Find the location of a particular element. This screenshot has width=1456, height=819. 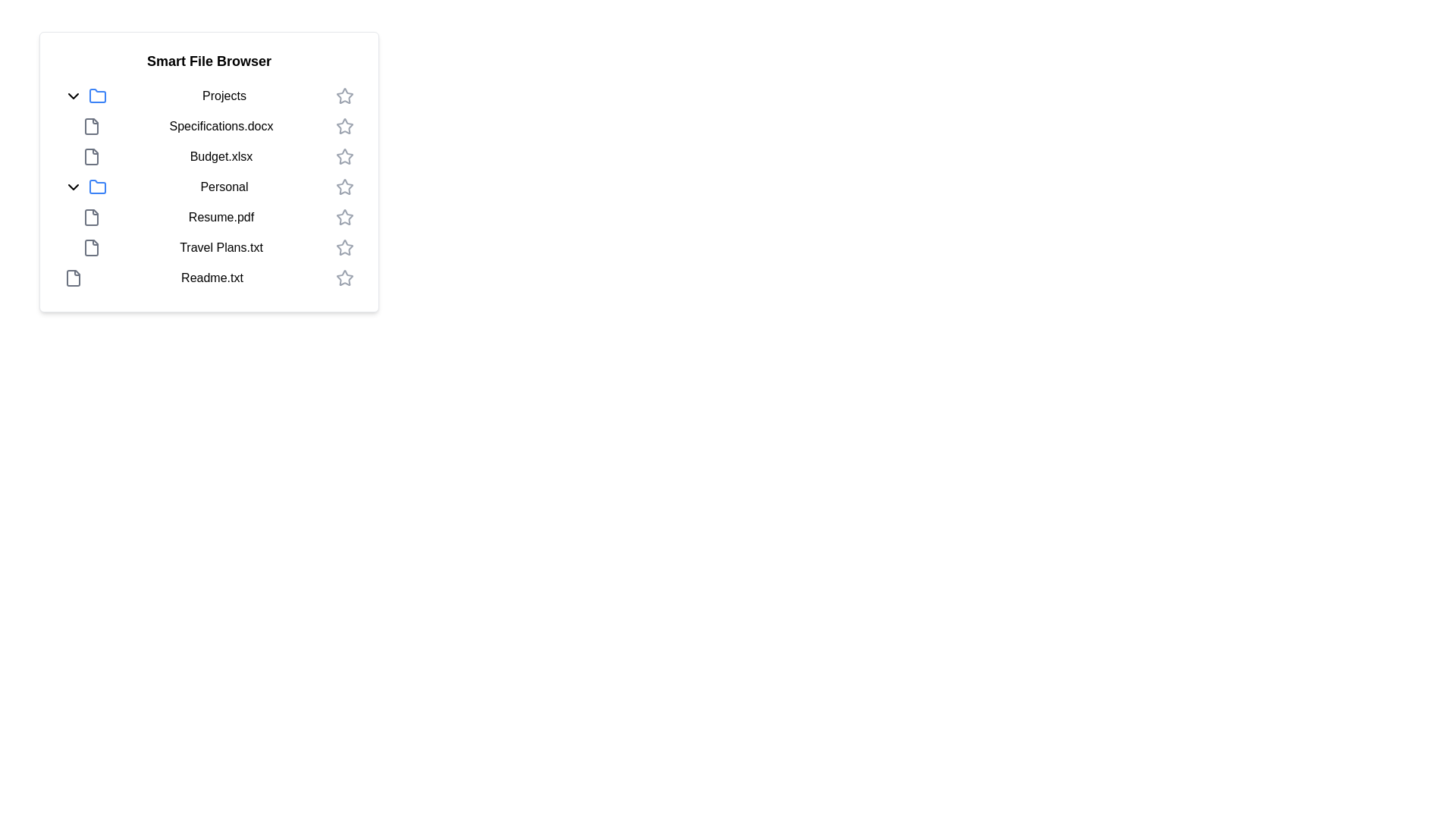

the star icon located to the right of the 'Budget.xlsx' text is located at coordinates (344, 157).